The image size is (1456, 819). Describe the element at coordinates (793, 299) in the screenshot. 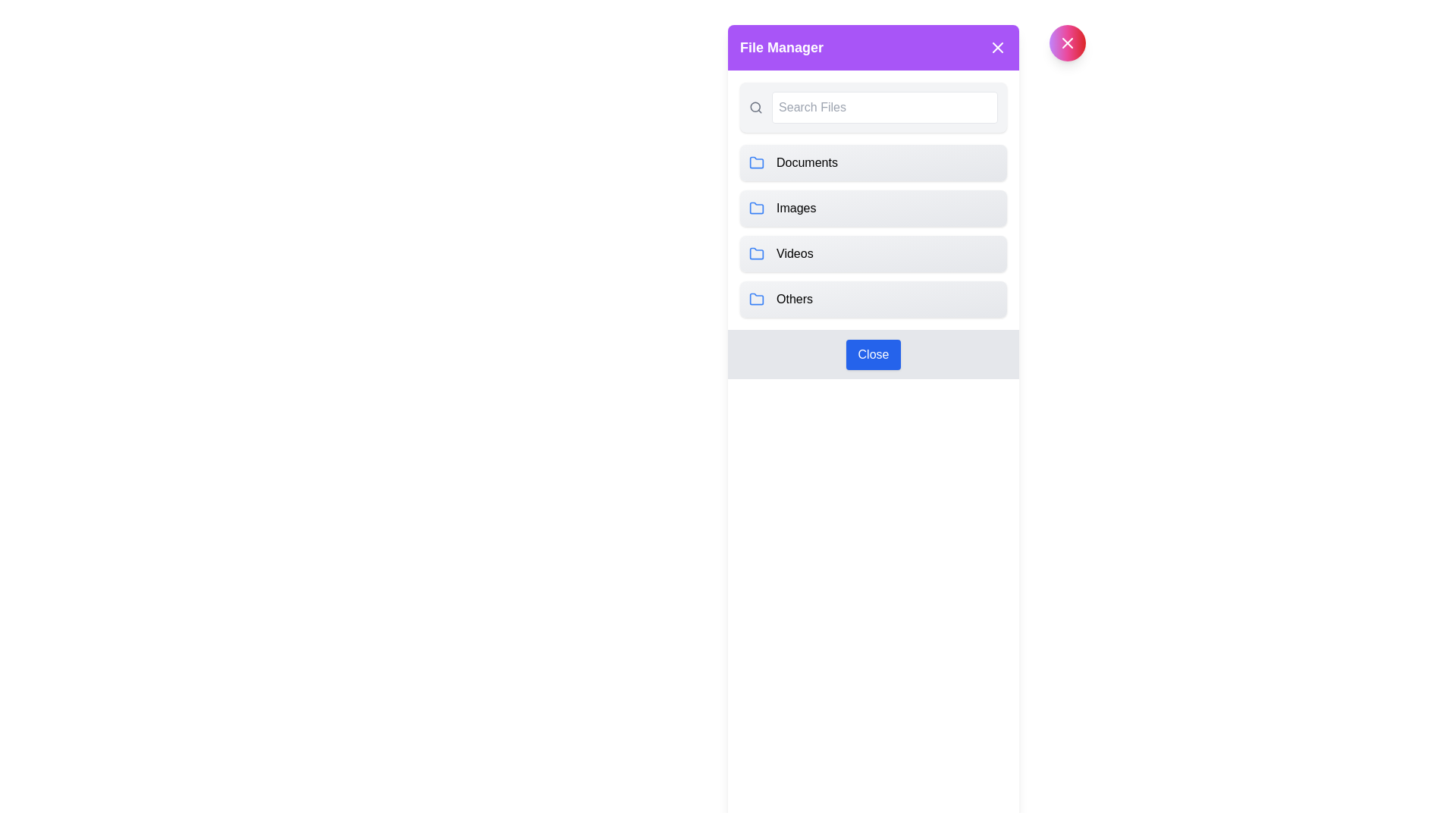

I see `the text label that identifies the category or folder named 'Others' in the File Manager interface, positioned next to a folder icon as the last item in the vertical list` at that location.